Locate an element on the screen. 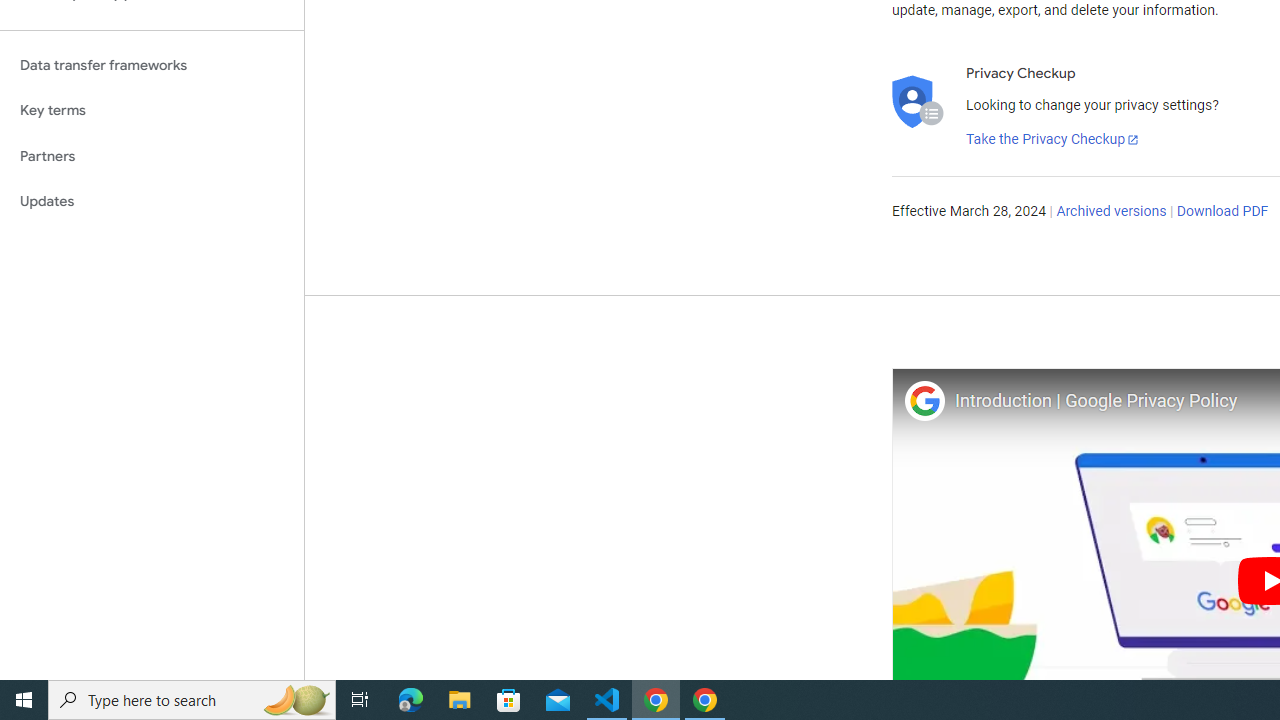 The height and width of the screenshot is (720, 1280). 'Data transfer frameworks' is located at coordinates (151, 64).